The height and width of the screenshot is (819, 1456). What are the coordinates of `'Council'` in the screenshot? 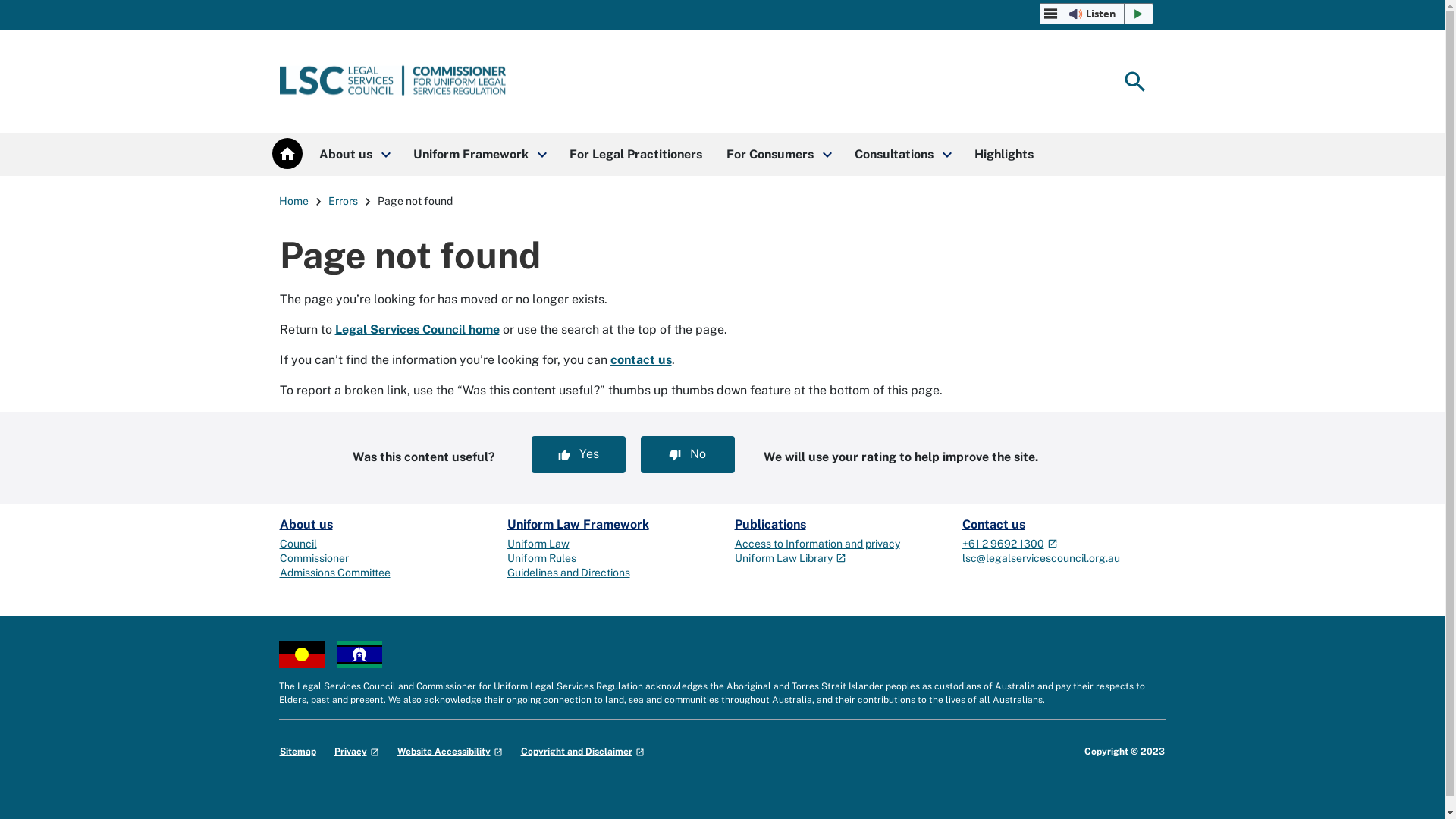 It's located at (297, 543).